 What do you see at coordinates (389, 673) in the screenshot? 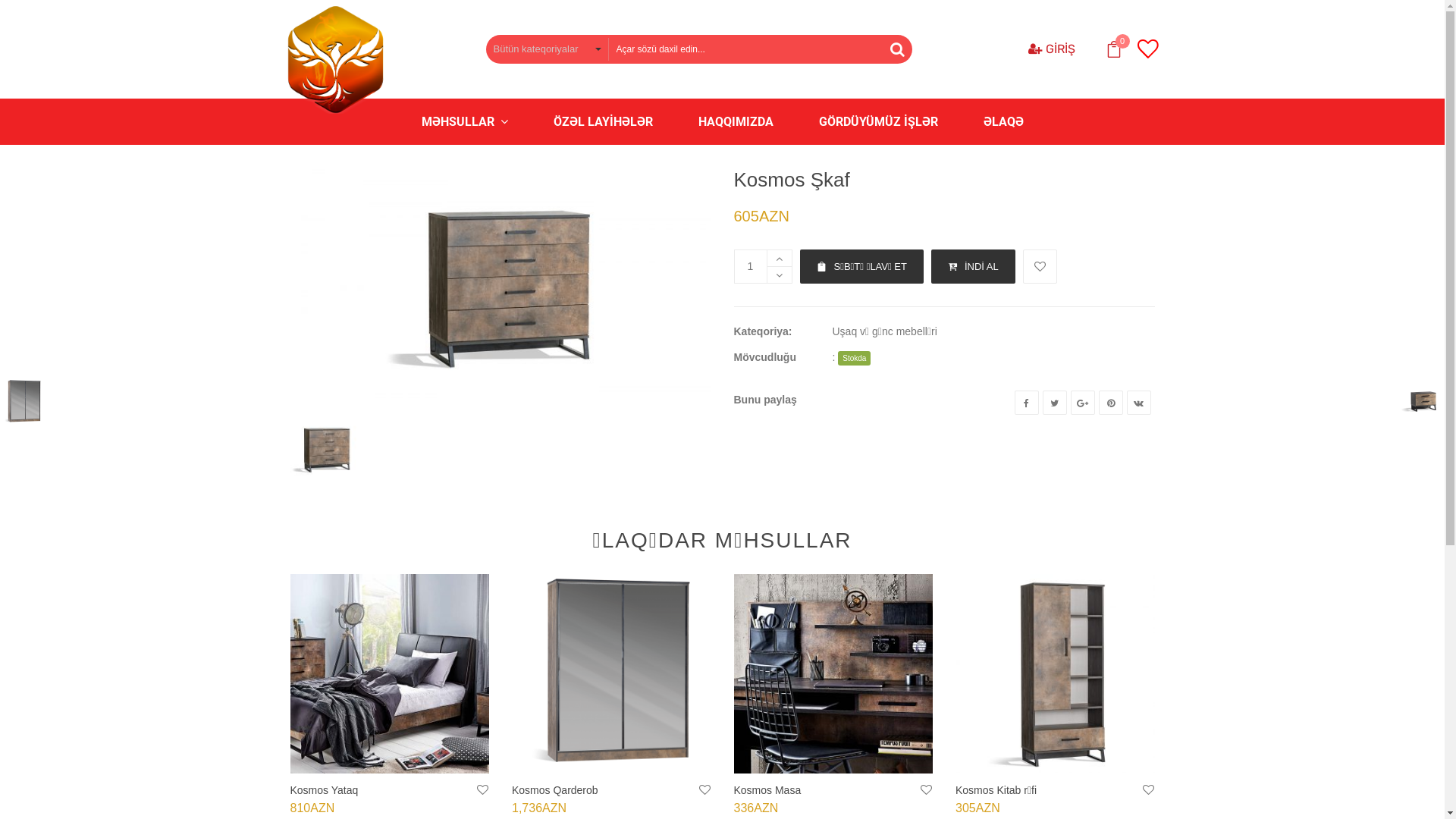
I see `'Kosmos Yataq'` at bounding box center [389, 673].